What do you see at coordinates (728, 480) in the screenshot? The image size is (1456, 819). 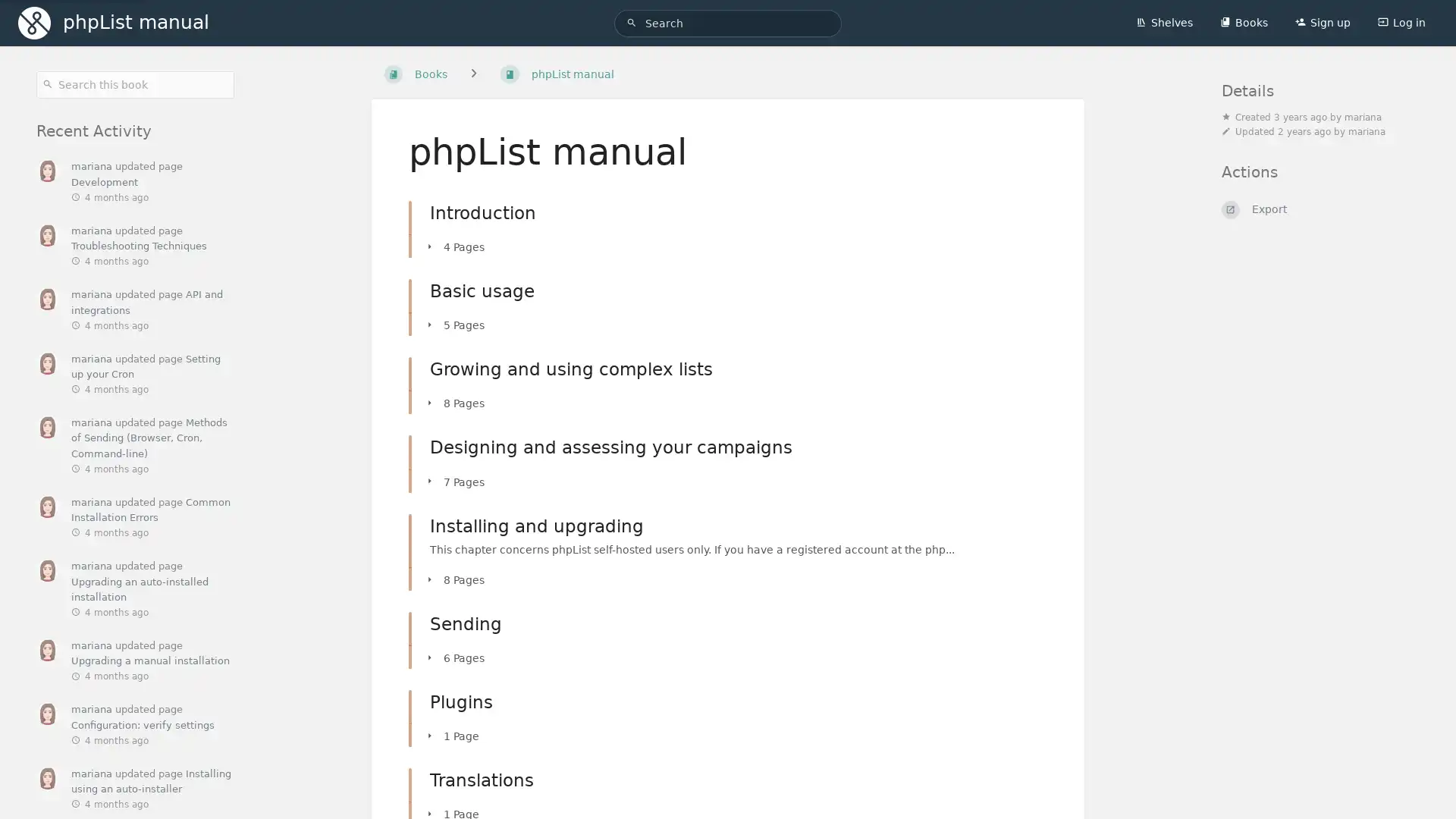 I see `7 Pages` at bounding box center [728, 480].